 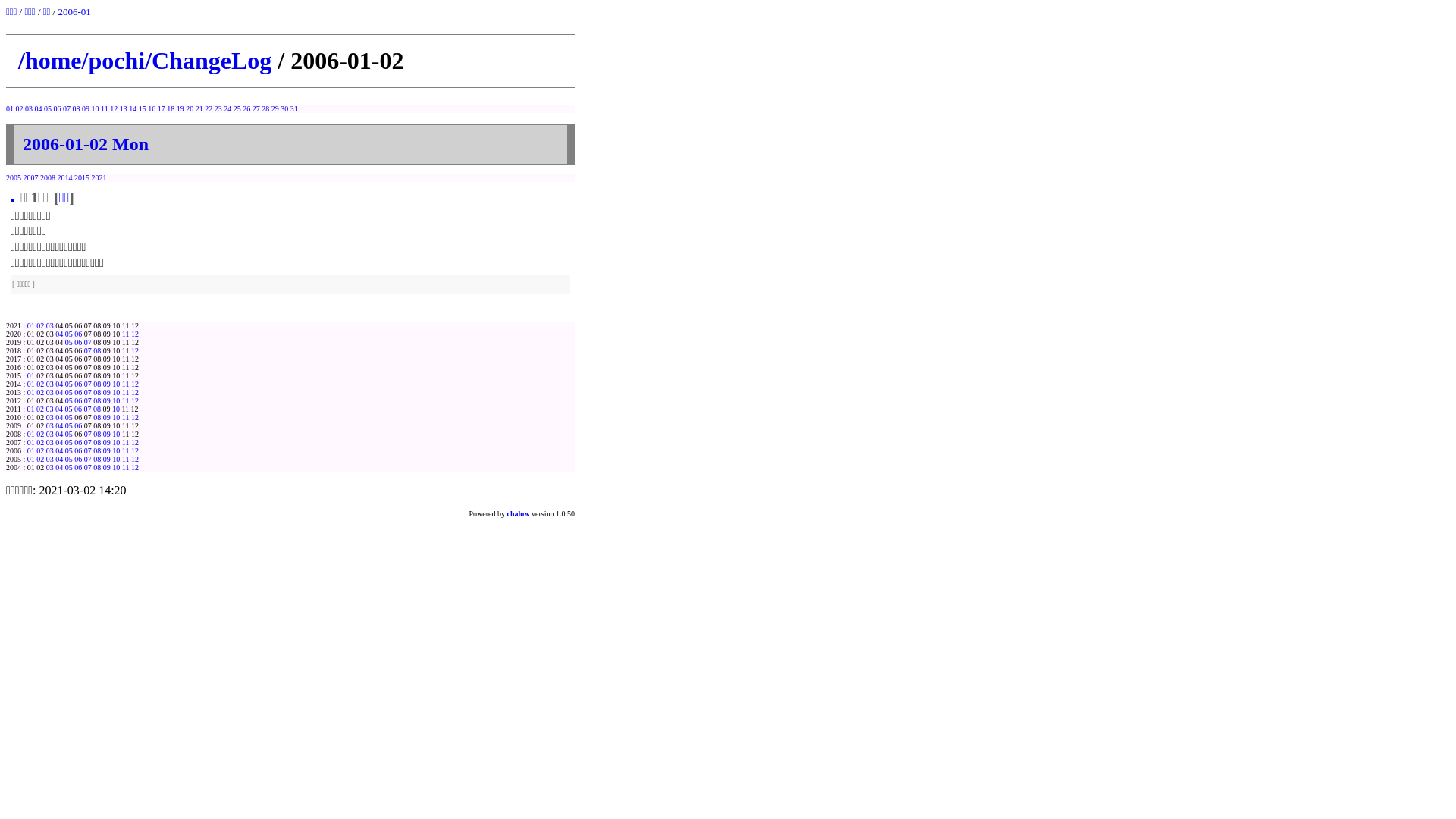 I want to click on '05', so click(x=68, y=391).